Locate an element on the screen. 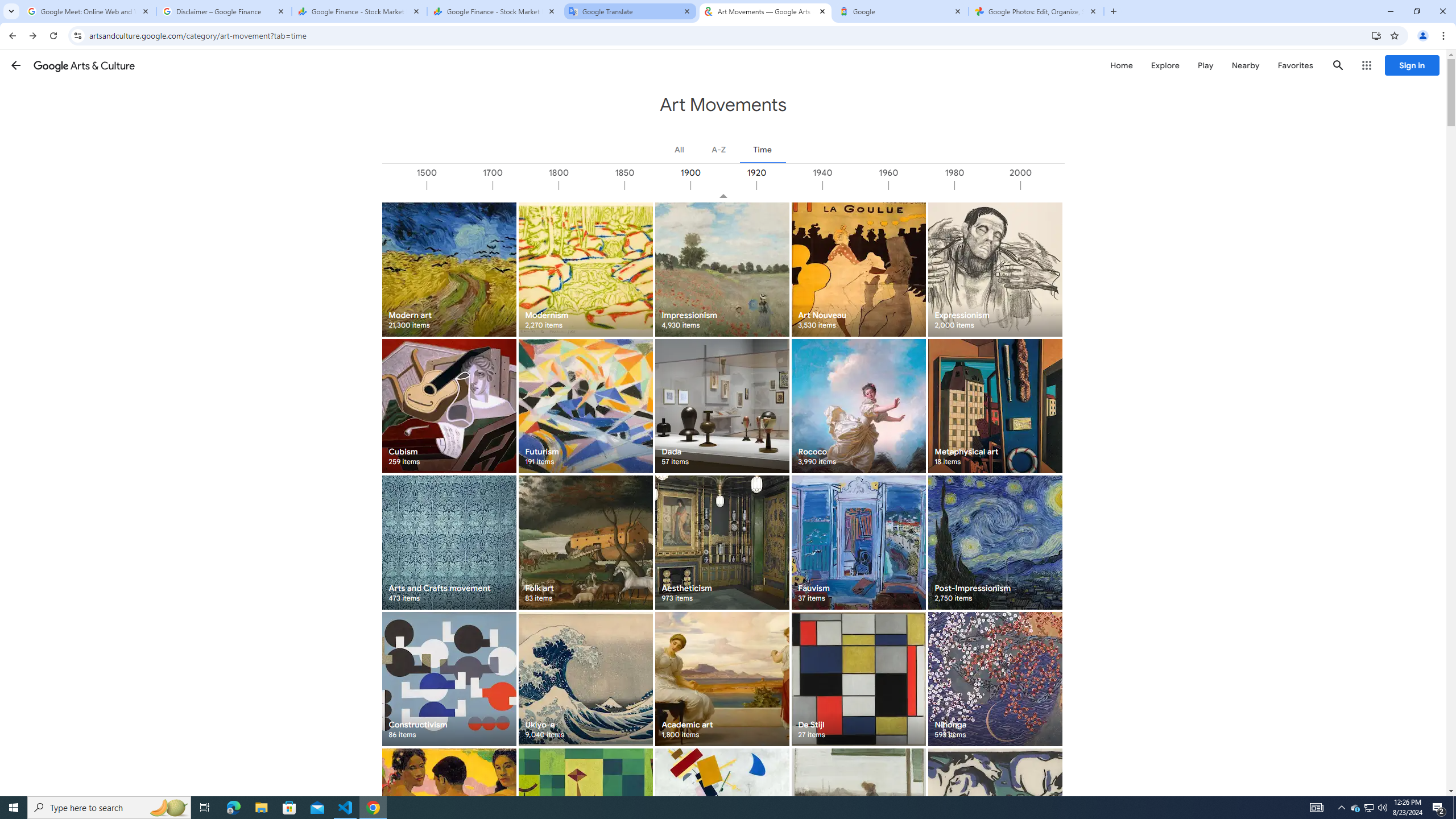  'All' is located at coordinates (679, 148).